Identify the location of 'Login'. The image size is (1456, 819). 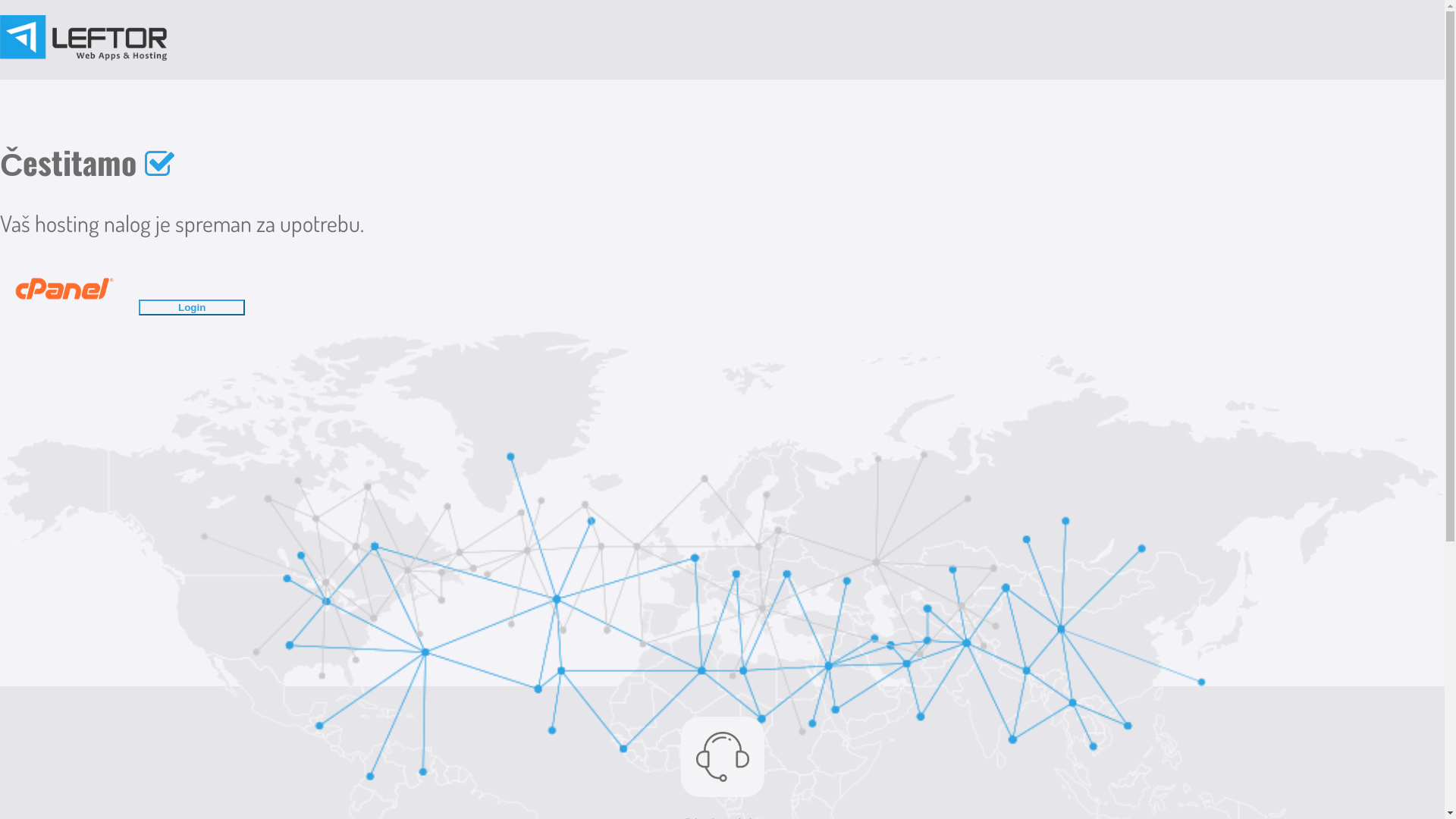
(191, 307).